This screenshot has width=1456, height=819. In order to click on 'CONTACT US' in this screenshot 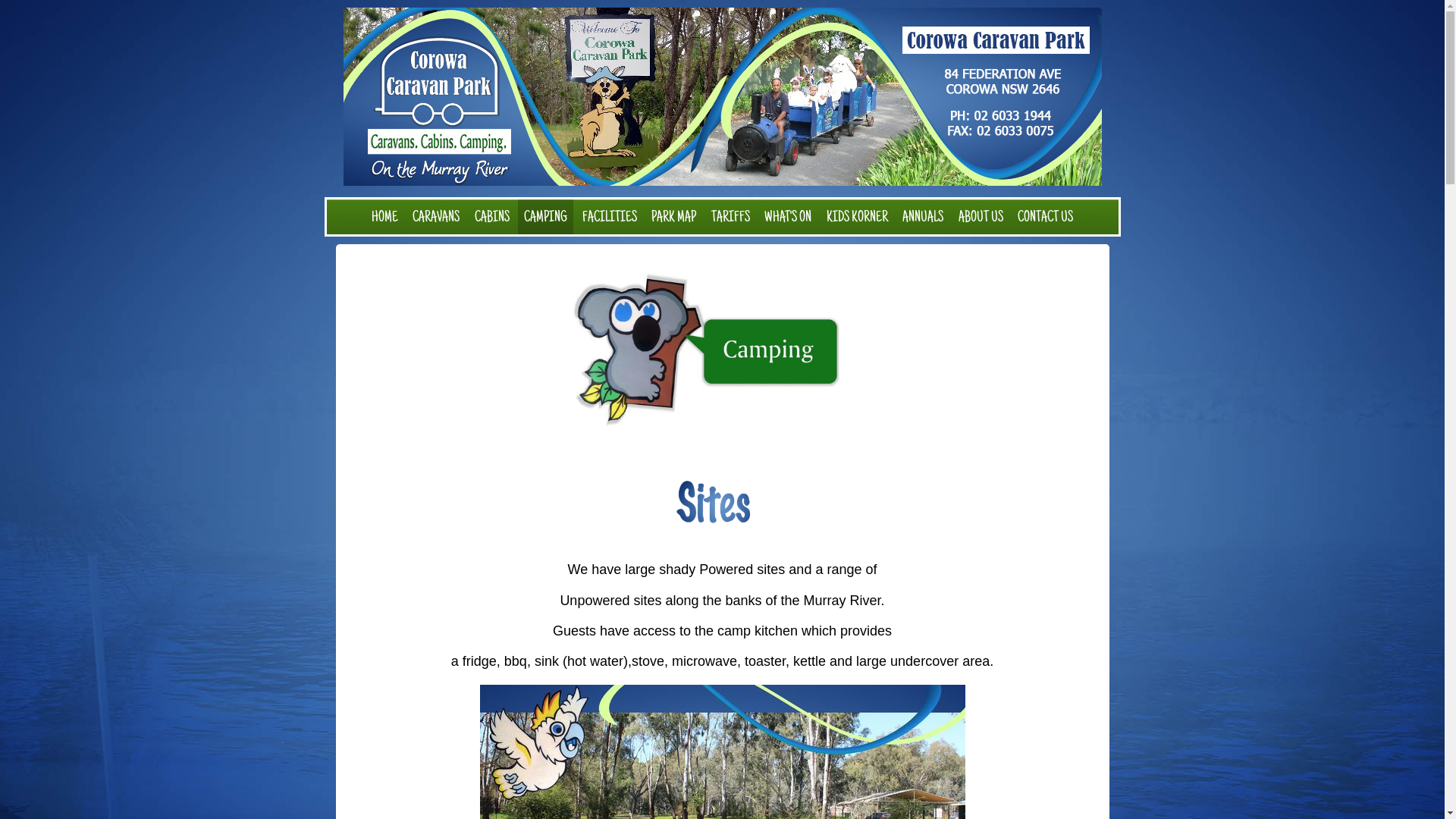, I will do `click(1044, 217)`.